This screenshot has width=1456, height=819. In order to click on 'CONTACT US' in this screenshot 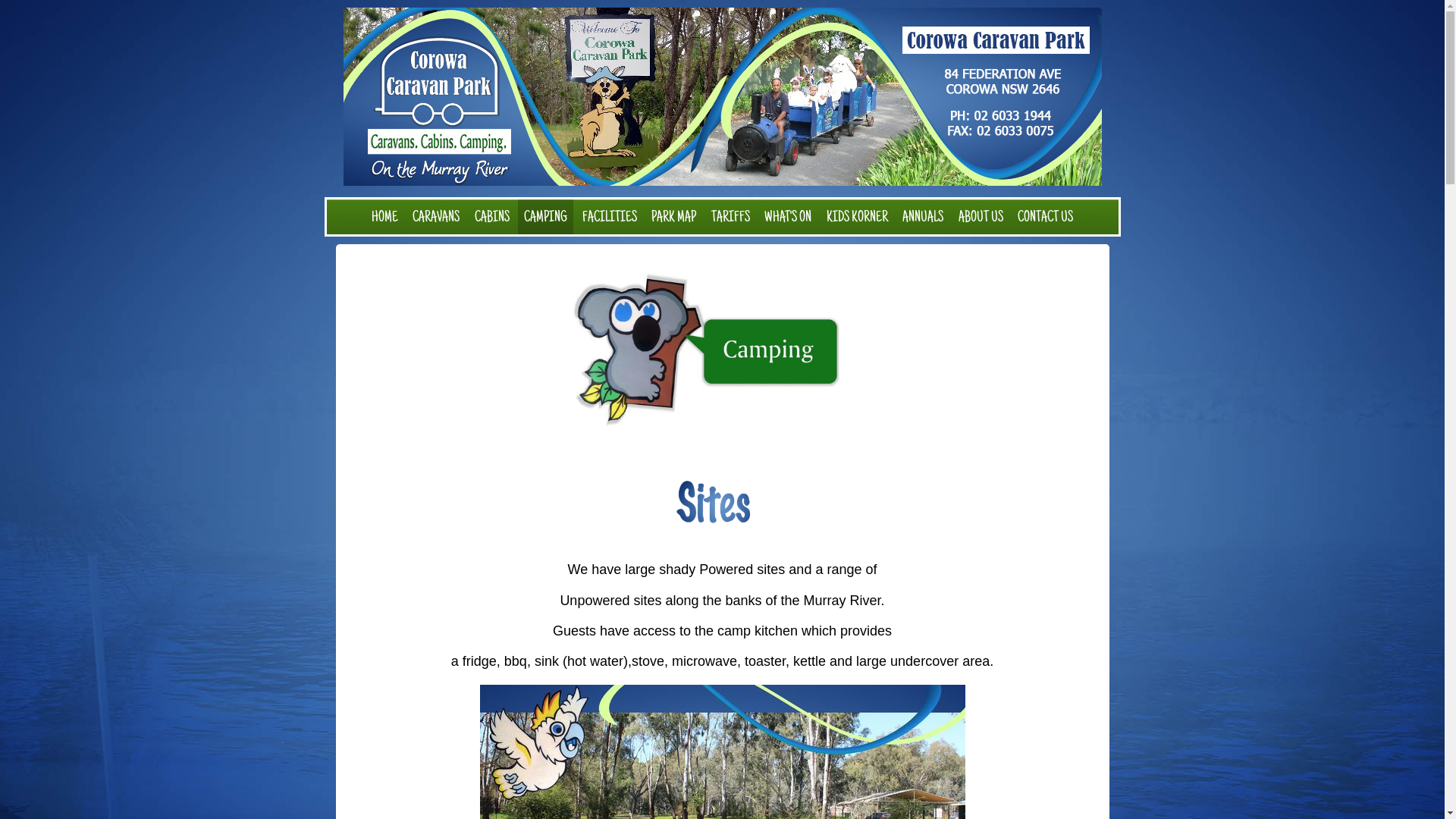, I will do `click(1044, 217)`.